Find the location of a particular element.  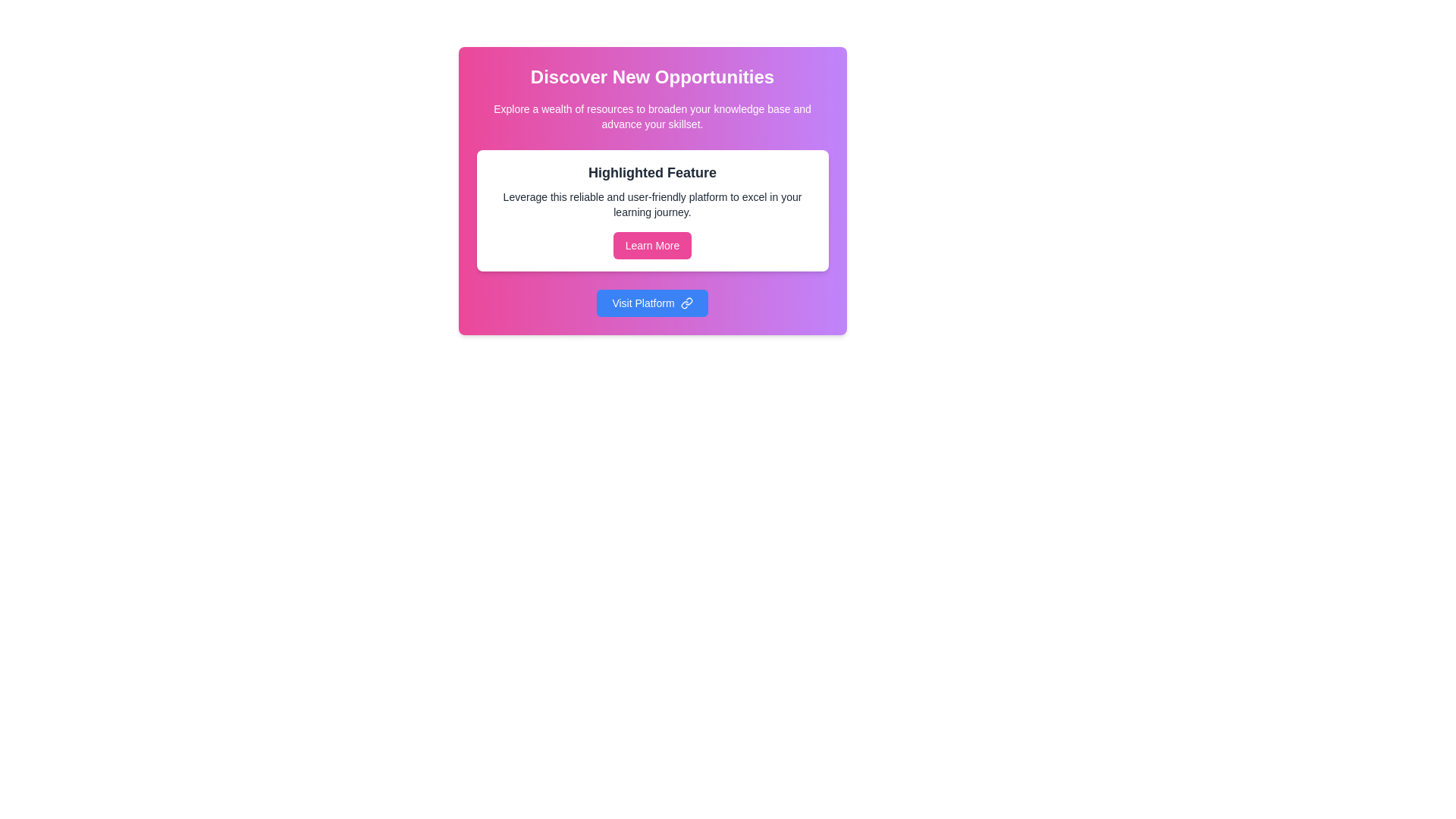

the blue button labeled 'Visit Platform' with a link icon is located at coordinates (652, 303).